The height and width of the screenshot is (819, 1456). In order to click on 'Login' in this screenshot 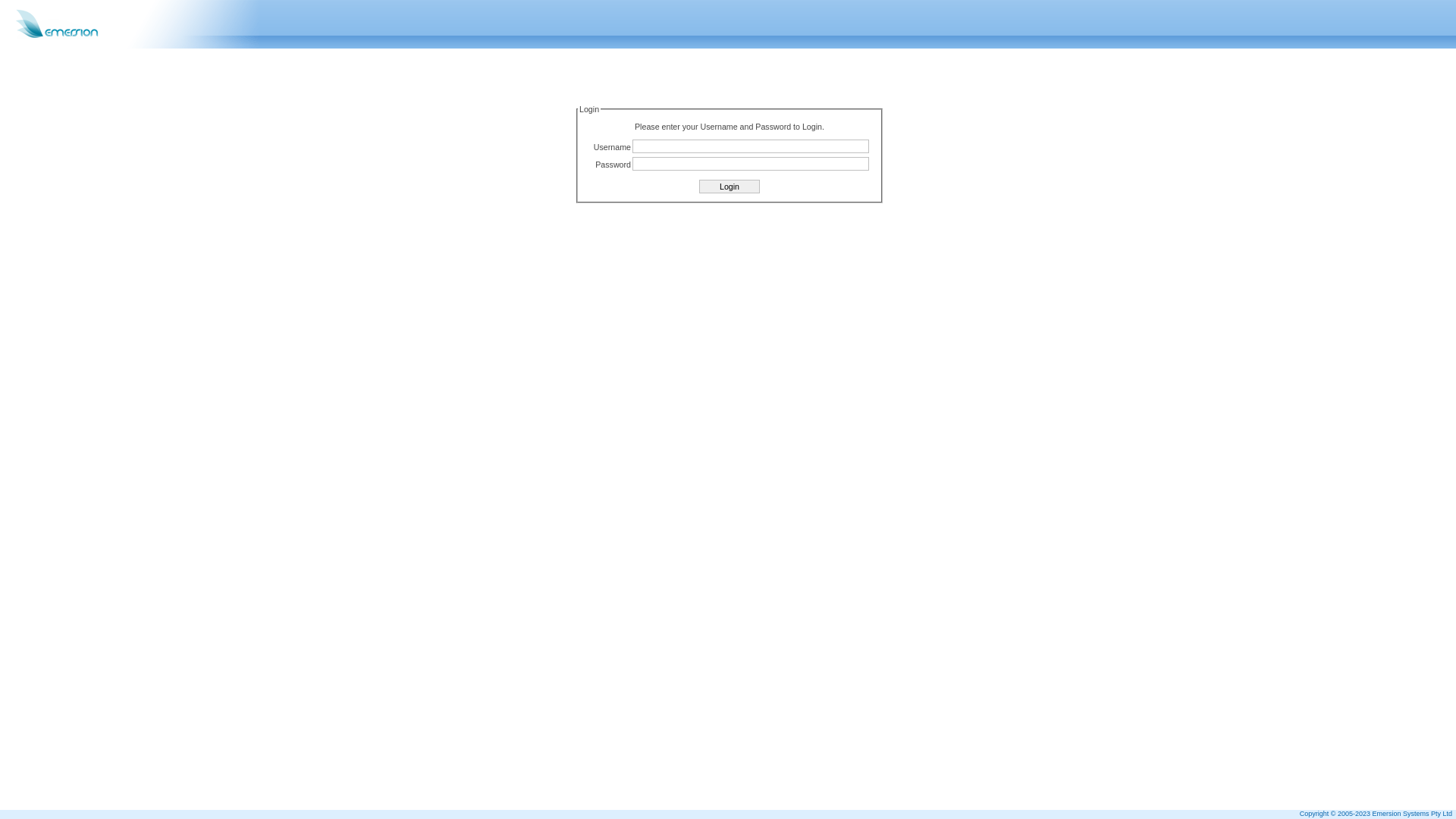, I will do `click(729, 186)`.